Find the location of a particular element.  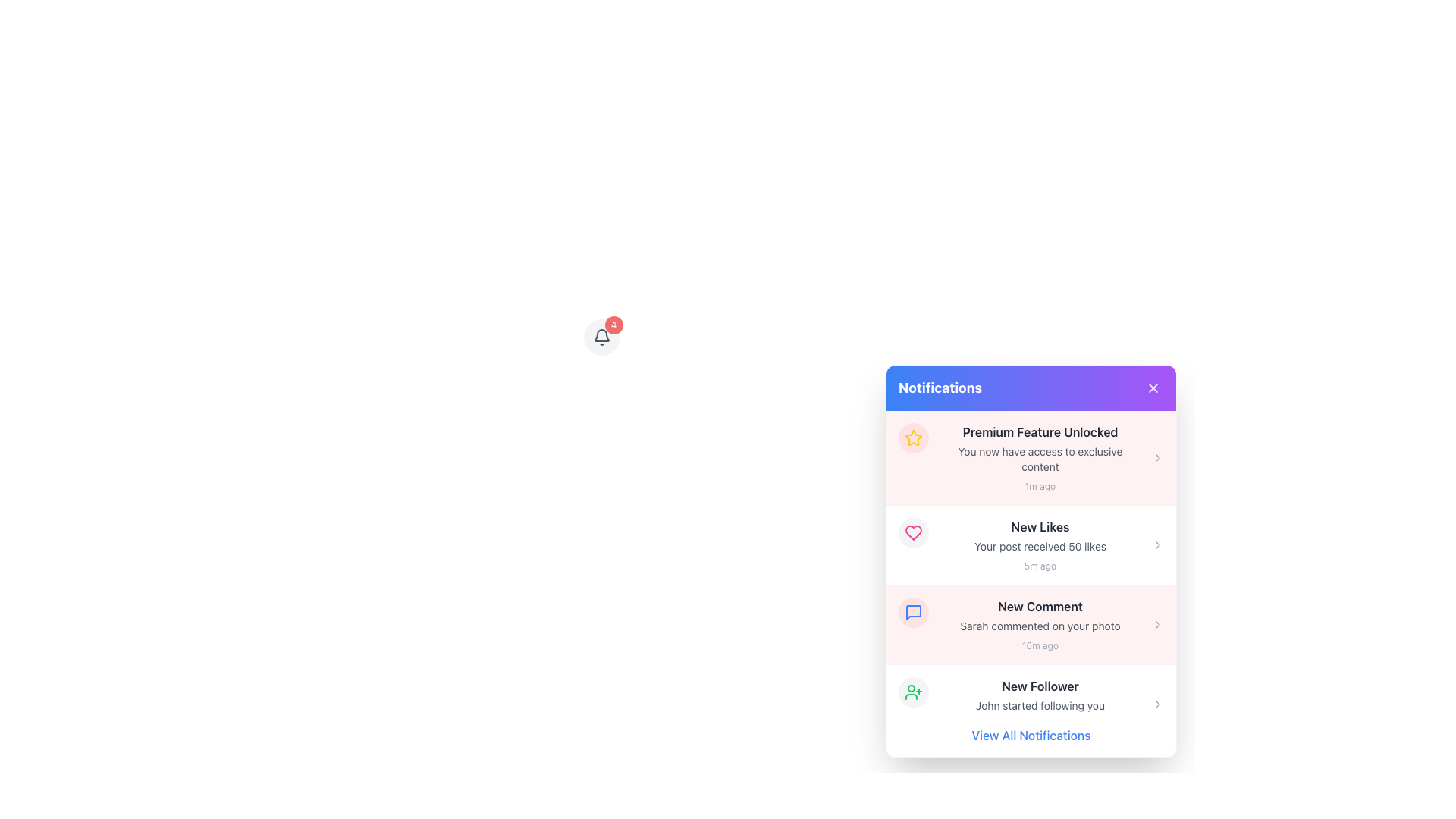

notification text from the first notification card located at the top of the notification panel, which informs the user about a newly unlocked premium feature is located at coordinates (1031, 457).